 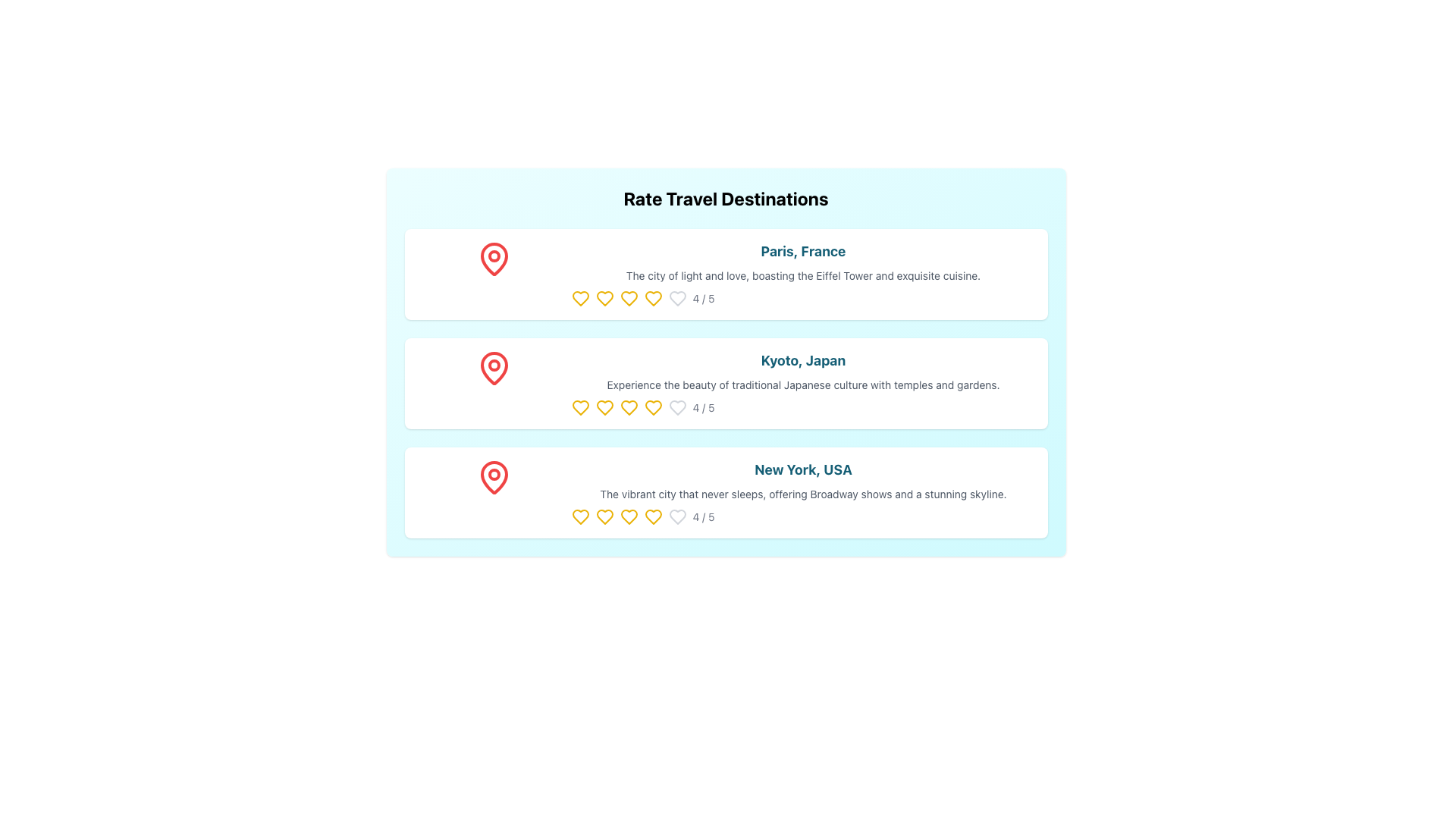 I want to click on the first rating icon (one heart), so click(x=579, y=298).